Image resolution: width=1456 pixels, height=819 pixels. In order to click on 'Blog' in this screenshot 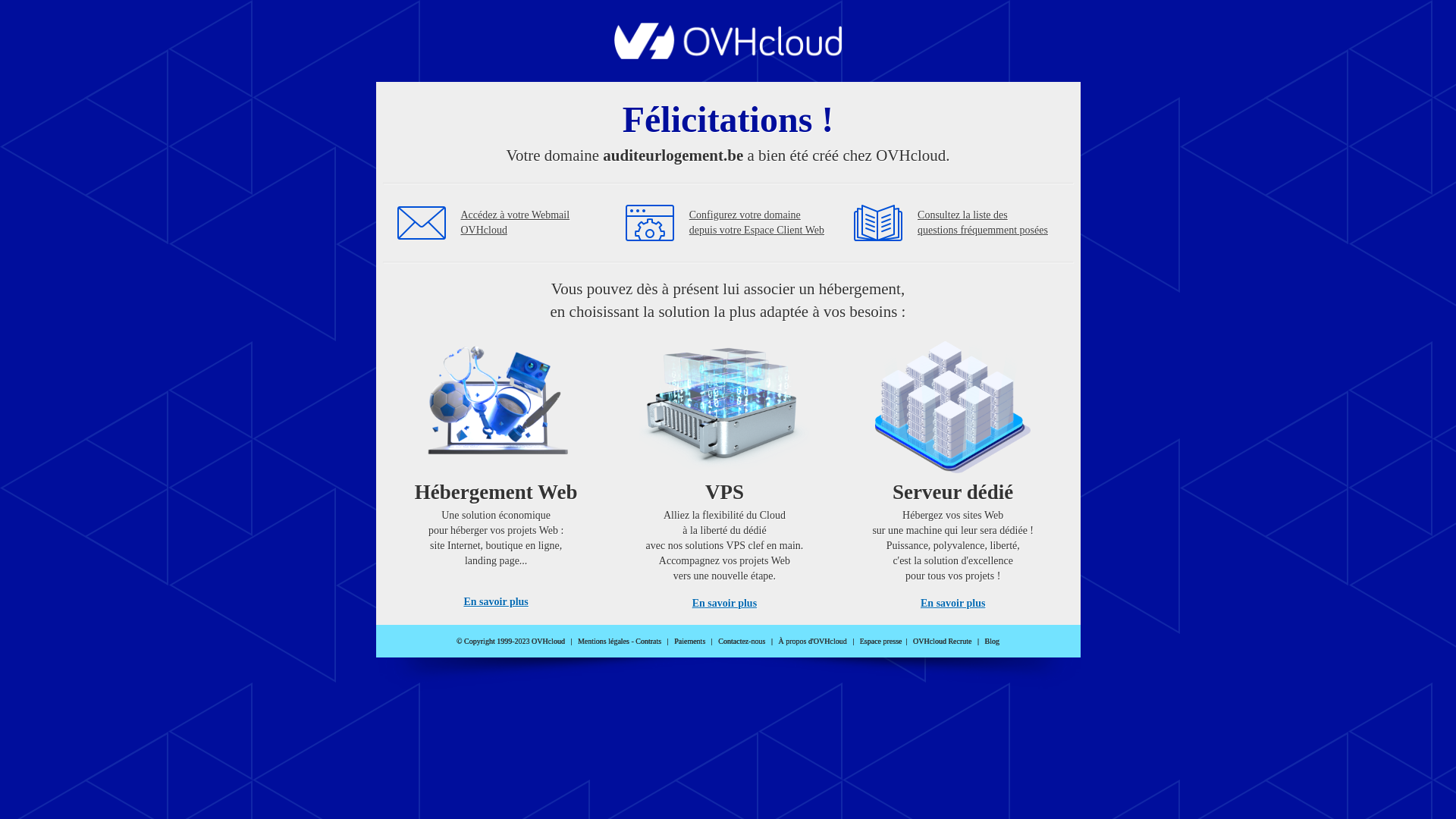, I will do `click(992, 641)`.